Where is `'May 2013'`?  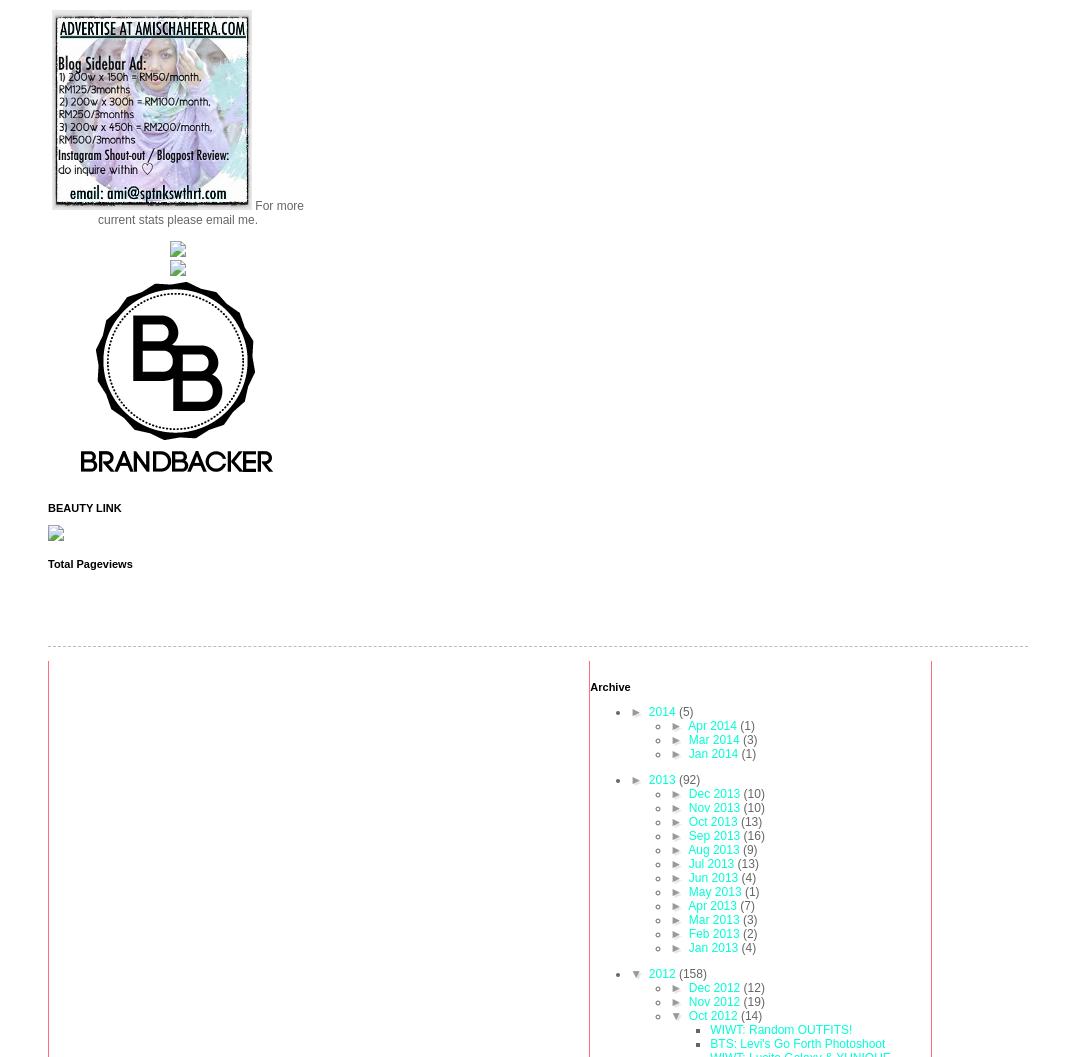 'May 2013' is located at coordinates (715, 890).